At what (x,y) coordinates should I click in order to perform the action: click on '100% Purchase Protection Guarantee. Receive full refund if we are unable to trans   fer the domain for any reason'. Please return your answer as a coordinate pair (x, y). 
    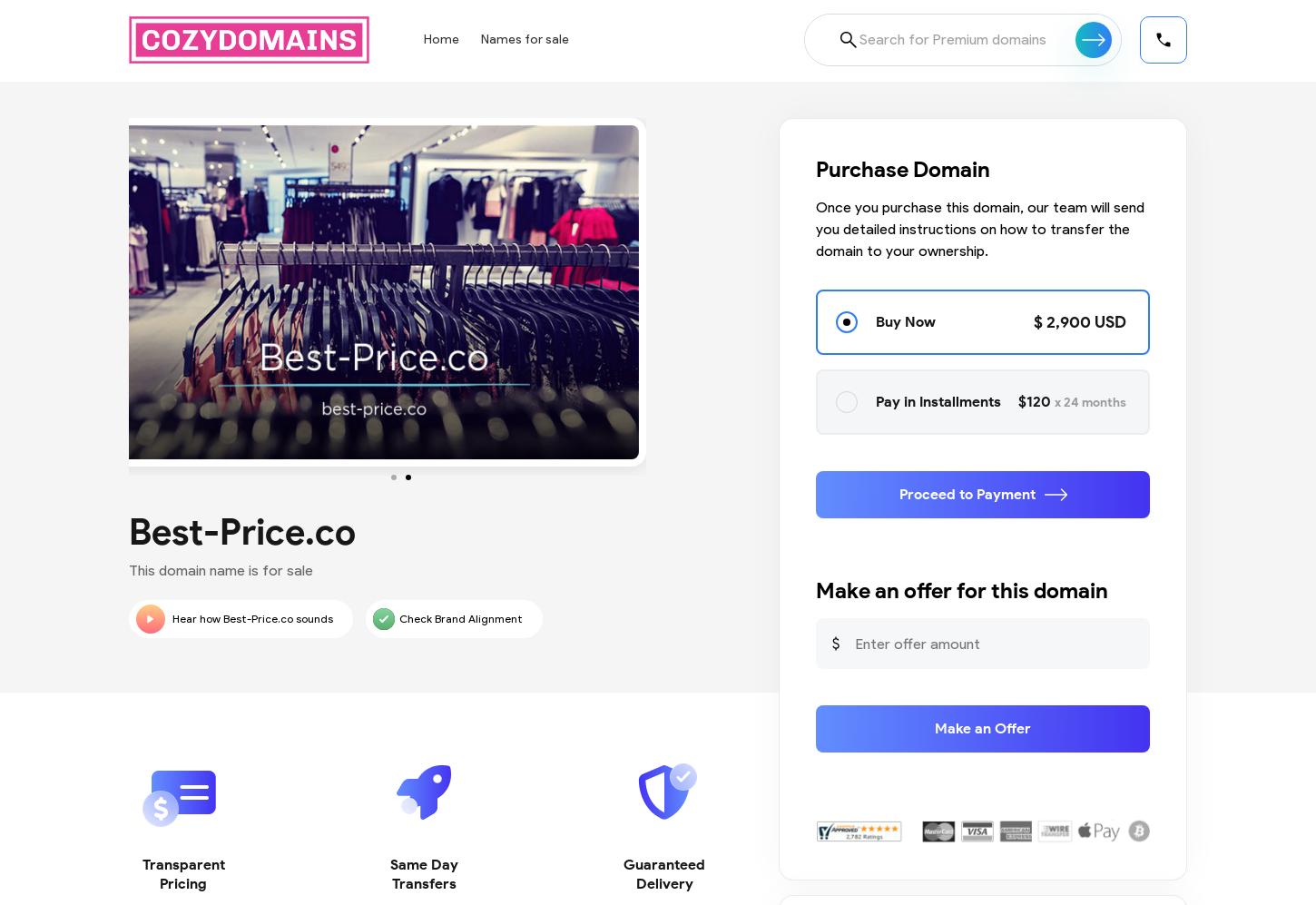
    Looking at the image, I should click on (663, 683).